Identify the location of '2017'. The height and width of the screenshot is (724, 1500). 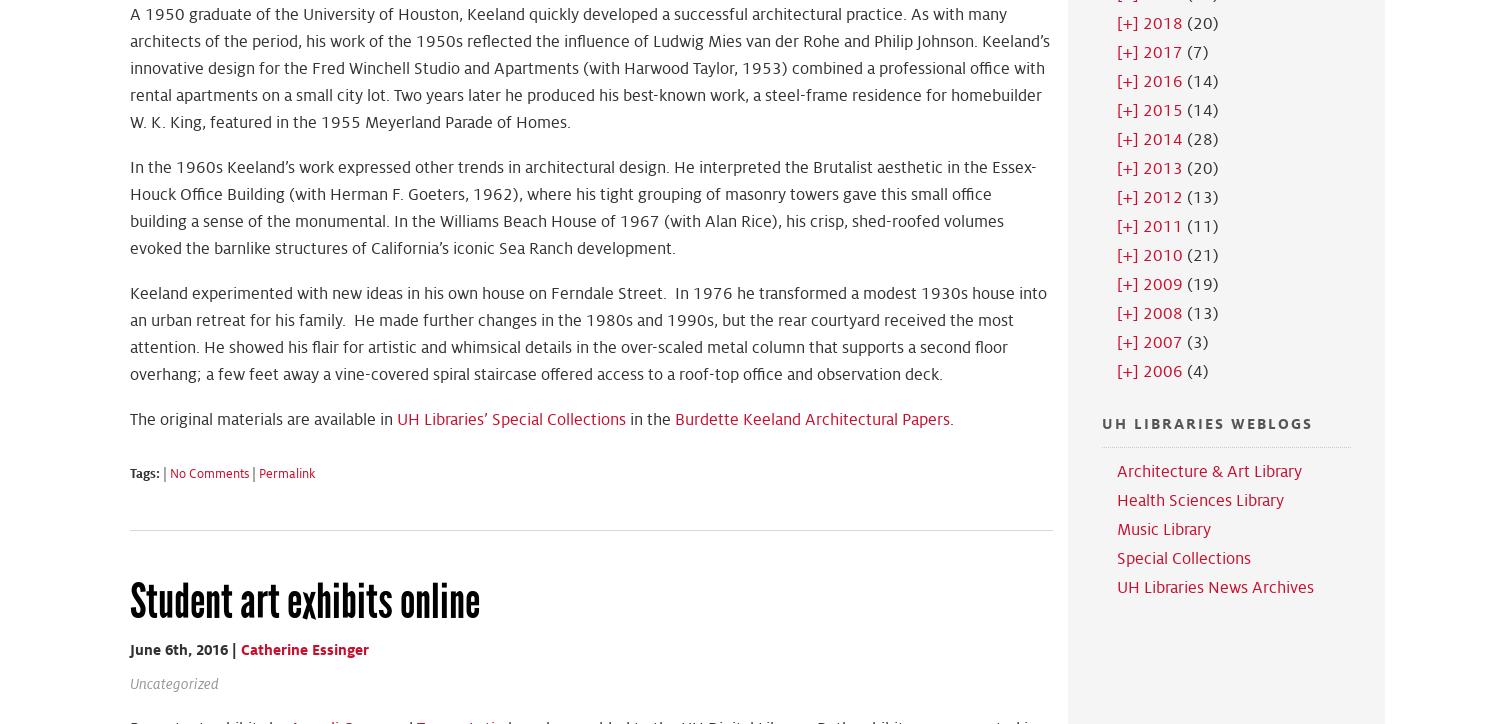
(1162, 52).